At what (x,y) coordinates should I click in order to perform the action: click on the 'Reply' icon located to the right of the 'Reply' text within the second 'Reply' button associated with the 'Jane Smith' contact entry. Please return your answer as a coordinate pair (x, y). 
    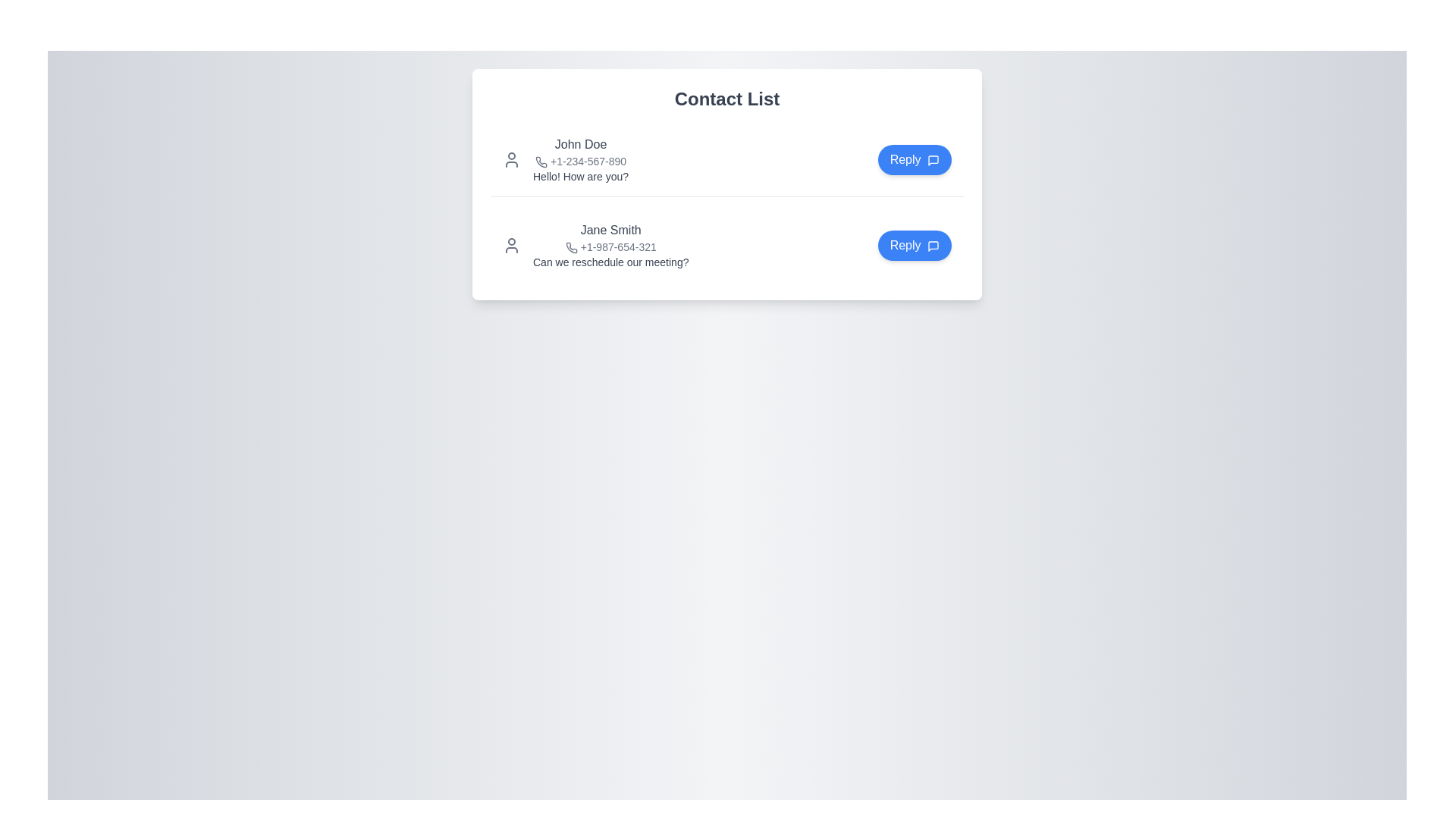
    Looking at the image, I should click on (932, 245).